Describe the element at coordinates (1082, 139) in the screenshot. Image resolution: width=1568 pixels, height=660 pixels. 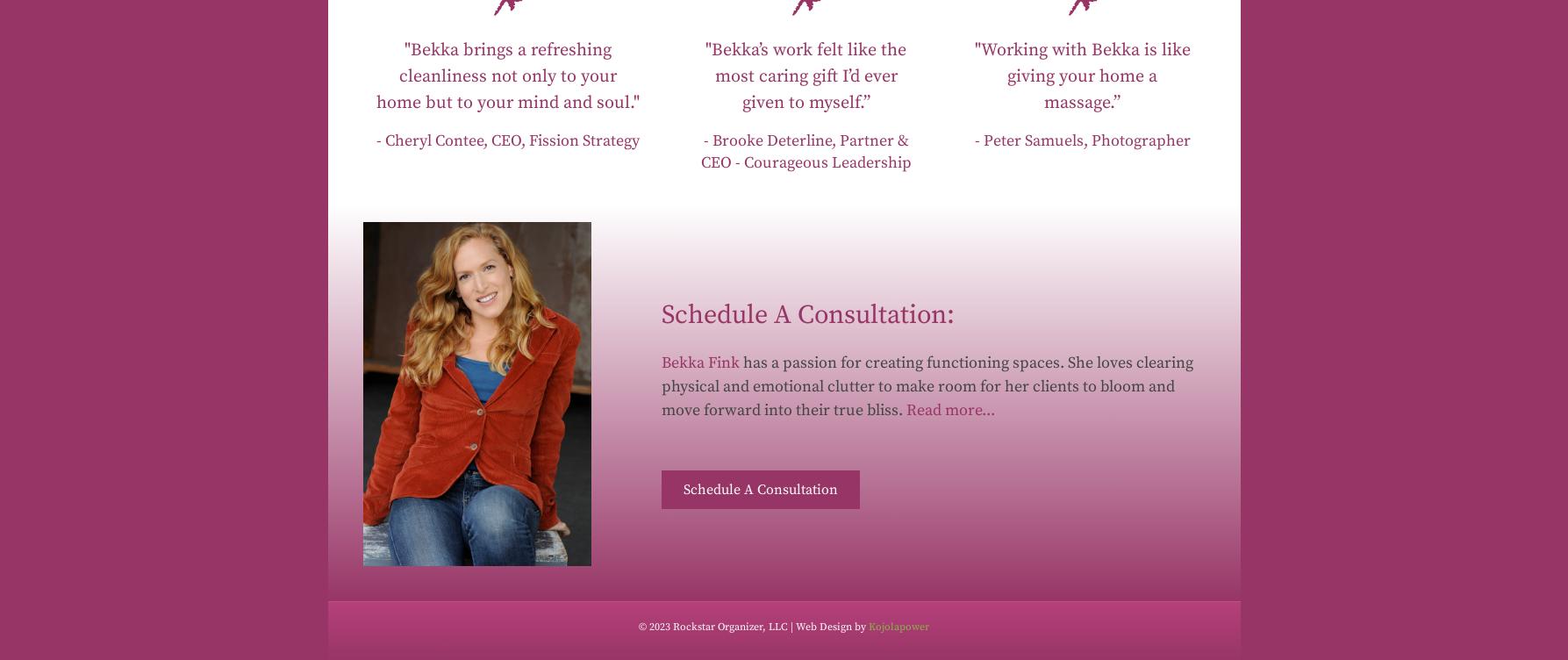
I see `'- Peter Samuels, Photographer'` at that location.